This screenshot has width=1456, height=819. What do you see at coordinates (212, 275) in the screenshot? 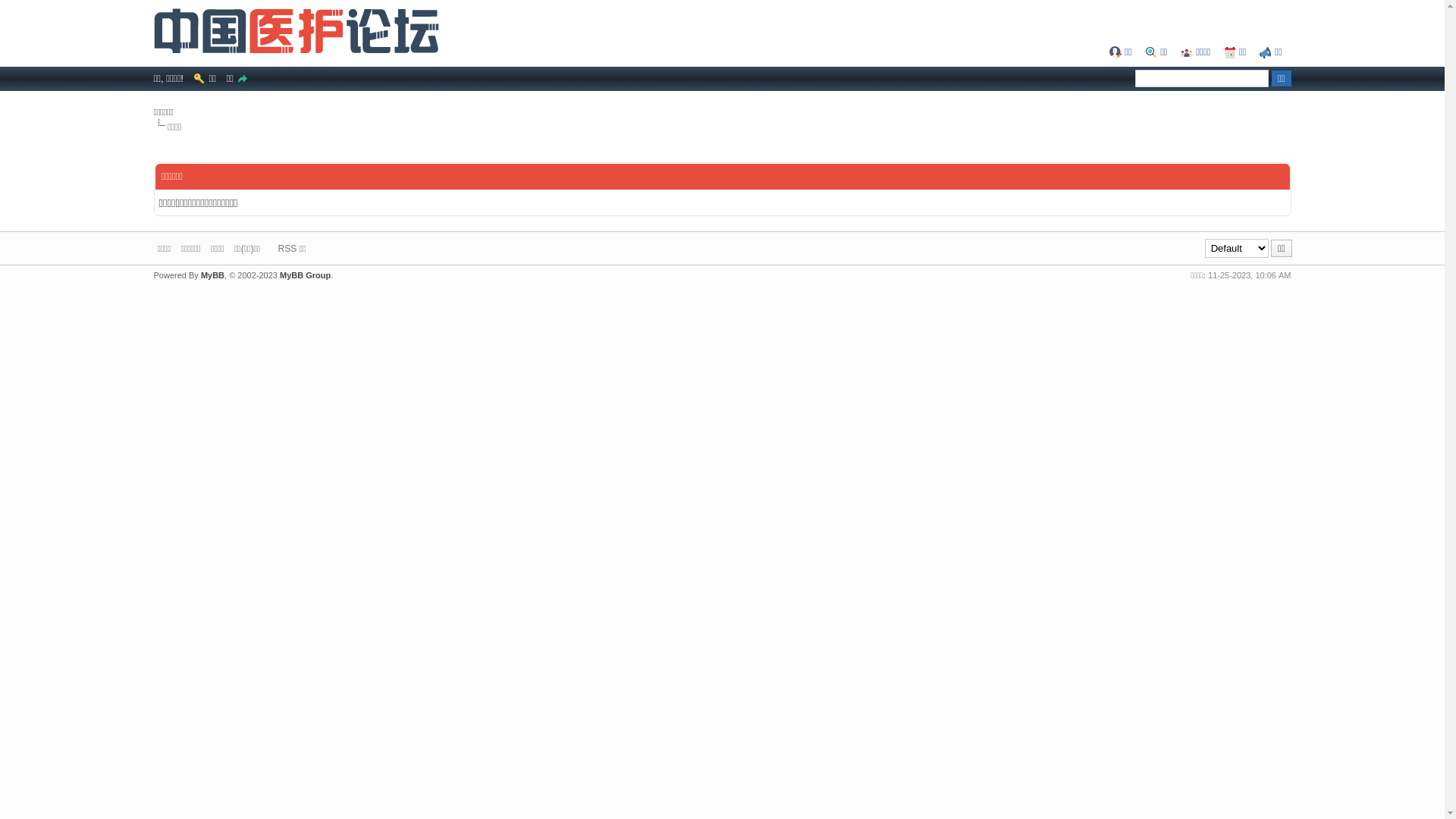
I see `'MyBB'` at bounding box center [212, 275].